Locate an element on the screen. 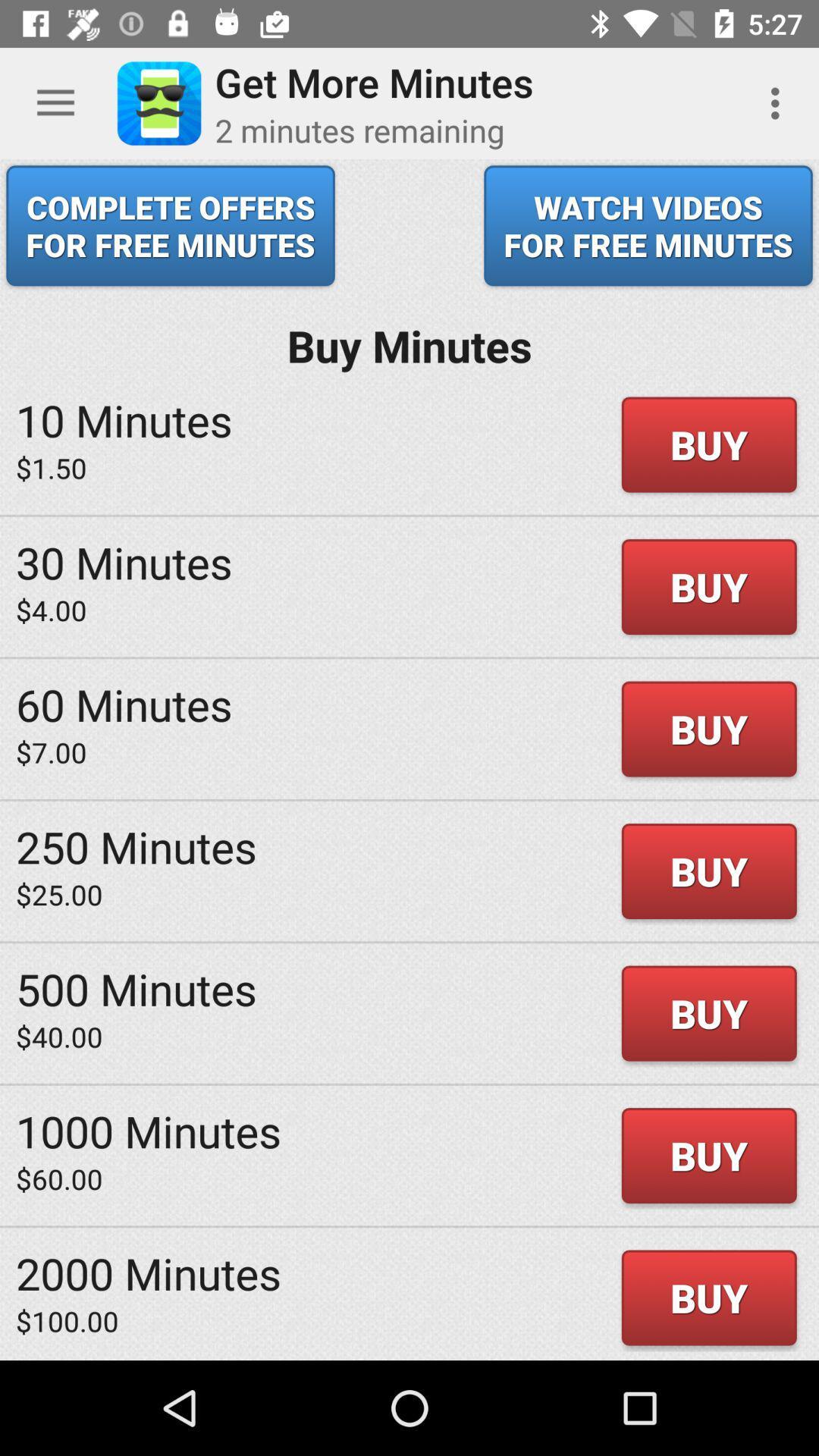 This screenshot has height=1456, width=819. icon next to buy item is located at coordinates (50, 467).